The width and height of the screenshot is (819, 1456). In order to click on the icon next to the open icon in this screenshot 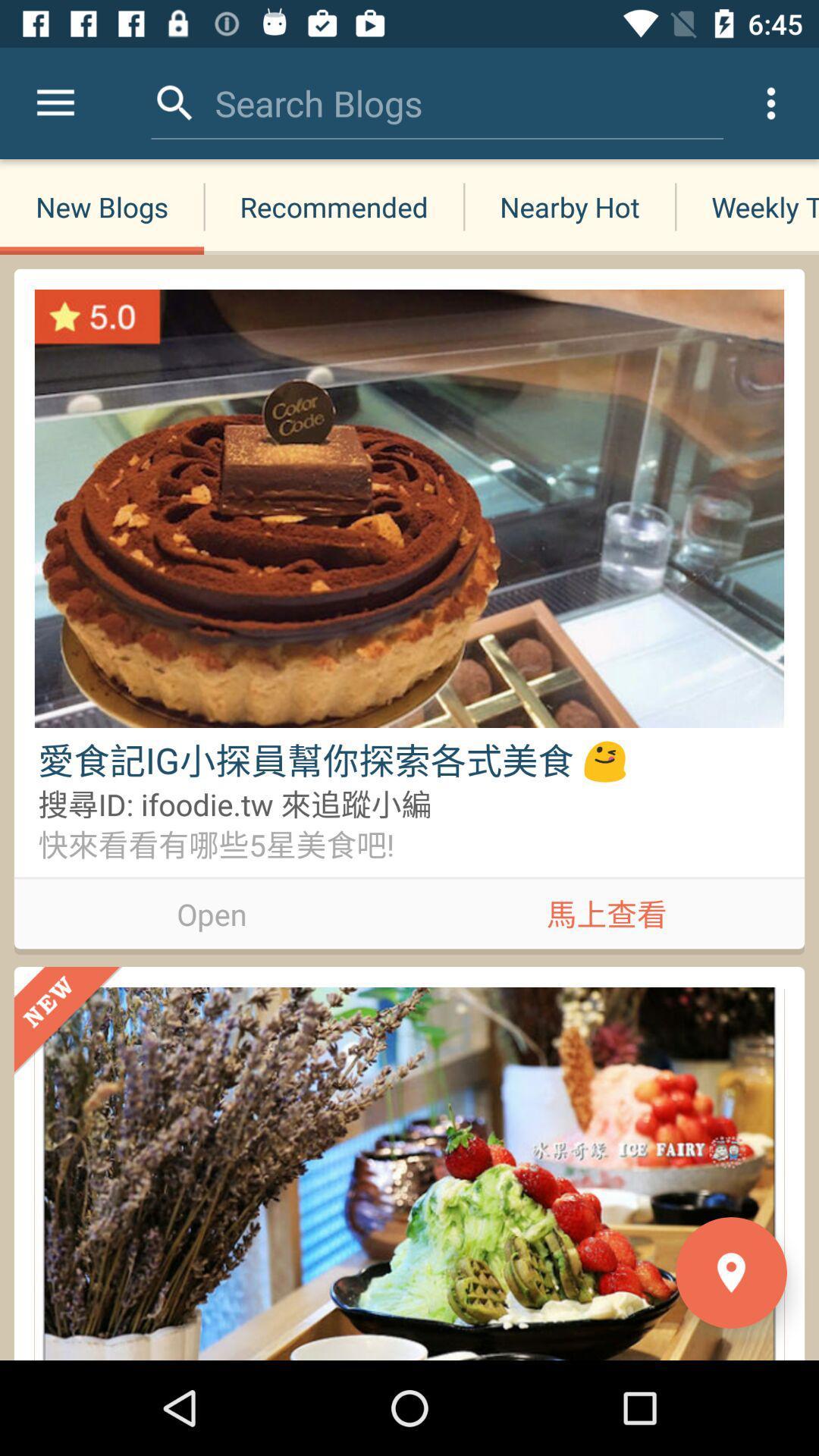, I will do `click(606, 910)`.